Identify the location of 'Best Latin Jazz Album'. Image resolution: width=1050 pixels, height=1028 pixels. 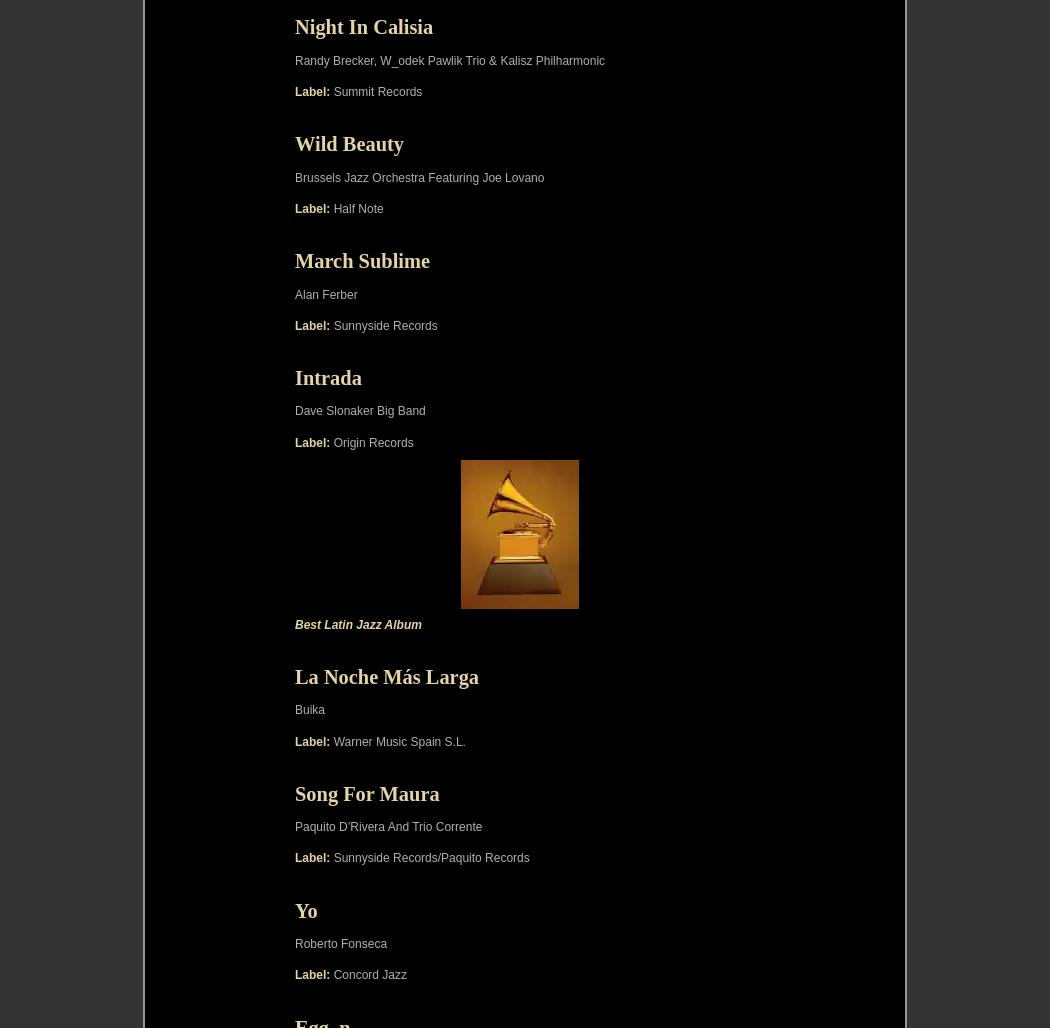
(357, 622).